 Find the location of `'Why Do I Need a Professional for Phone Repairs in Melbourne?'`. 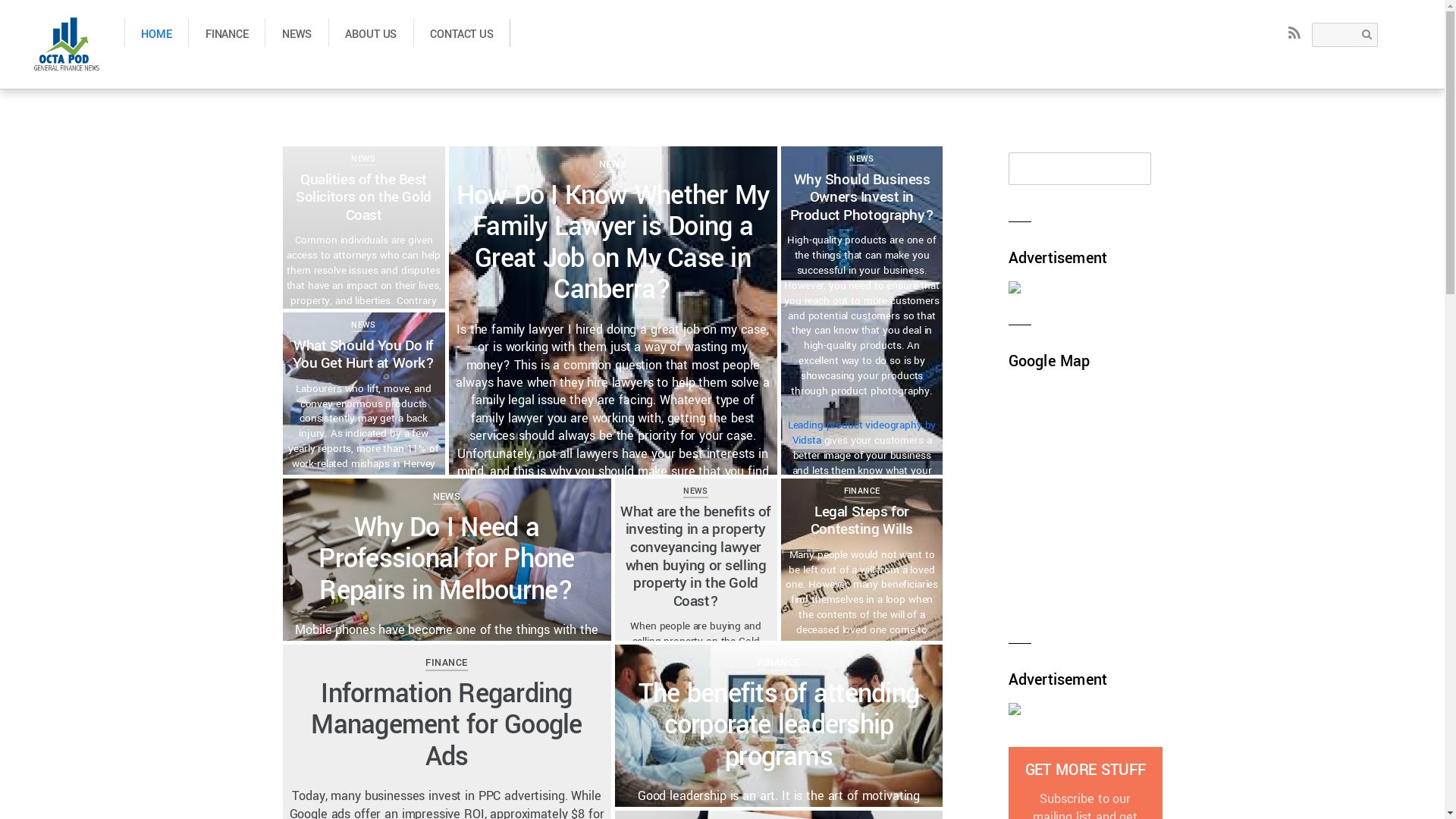

'Why Do I Need a Professional for Phone Repairs in Melbourne?' is located at coordinates (445, 559).